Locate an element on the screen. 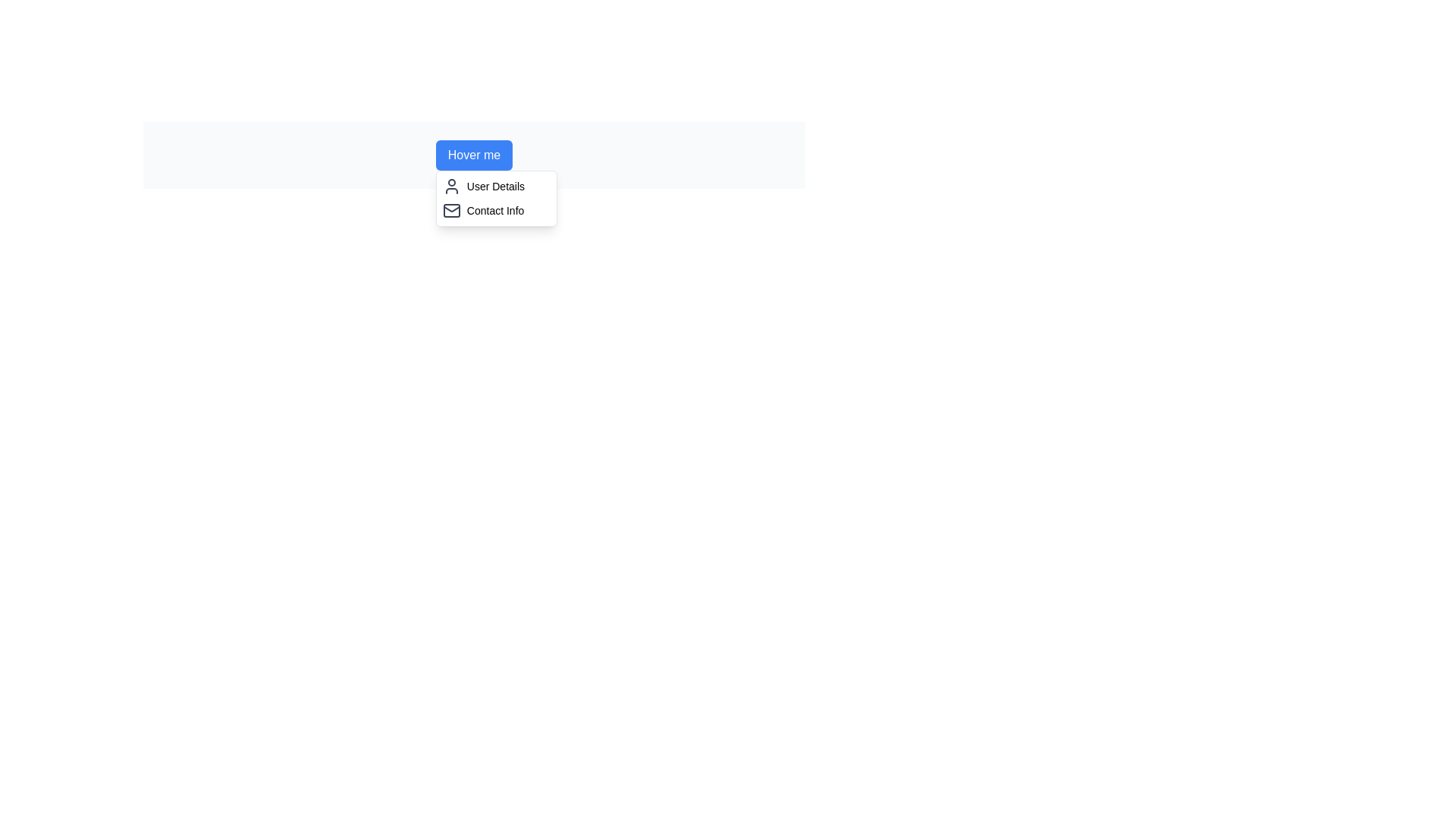 The height and width of the screenshot is (819, 1456). the 'User Details' menu item is located at coordinates (496, 186).